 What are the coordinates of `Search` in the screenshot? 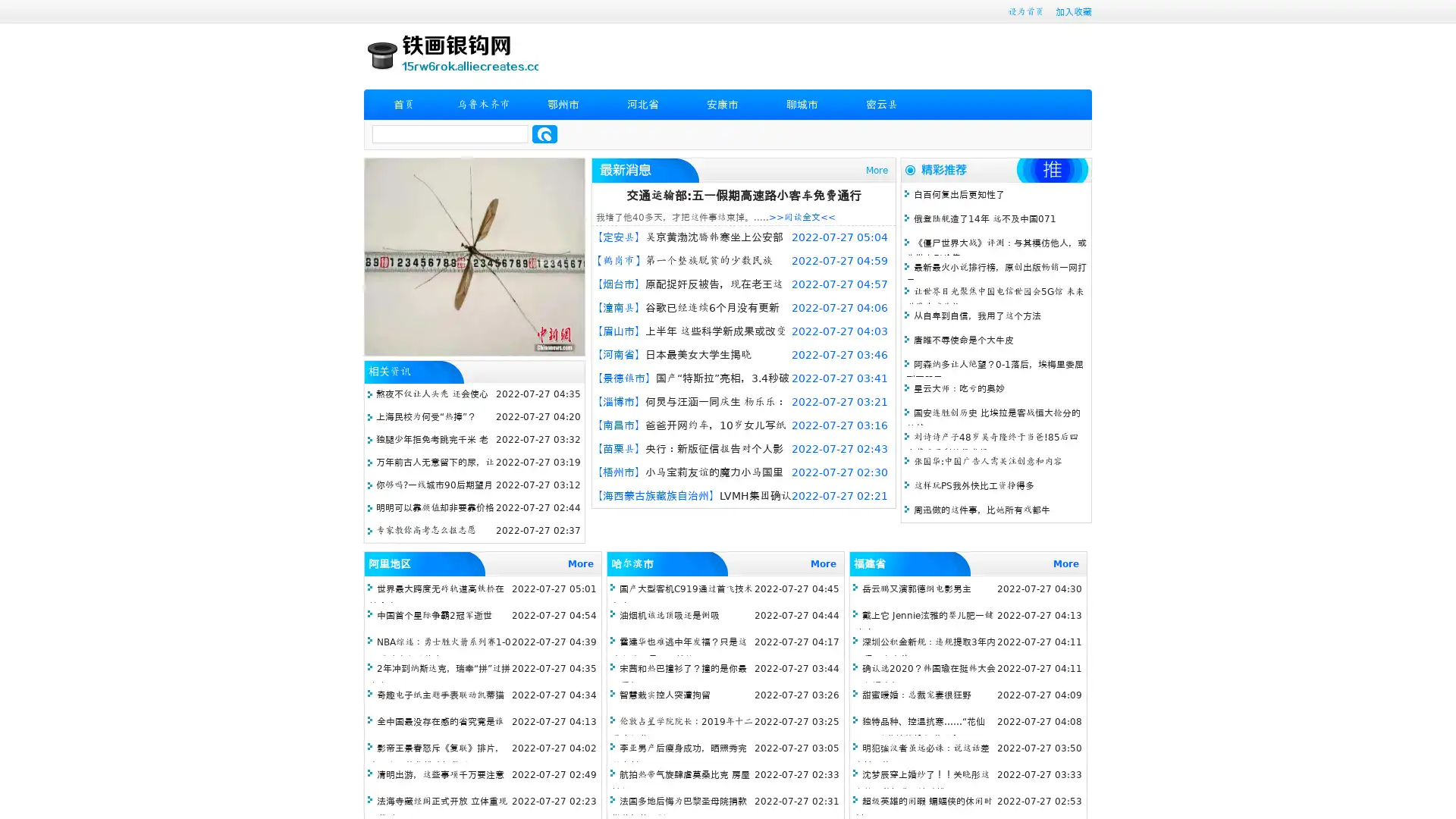 It's located at (544, 133).